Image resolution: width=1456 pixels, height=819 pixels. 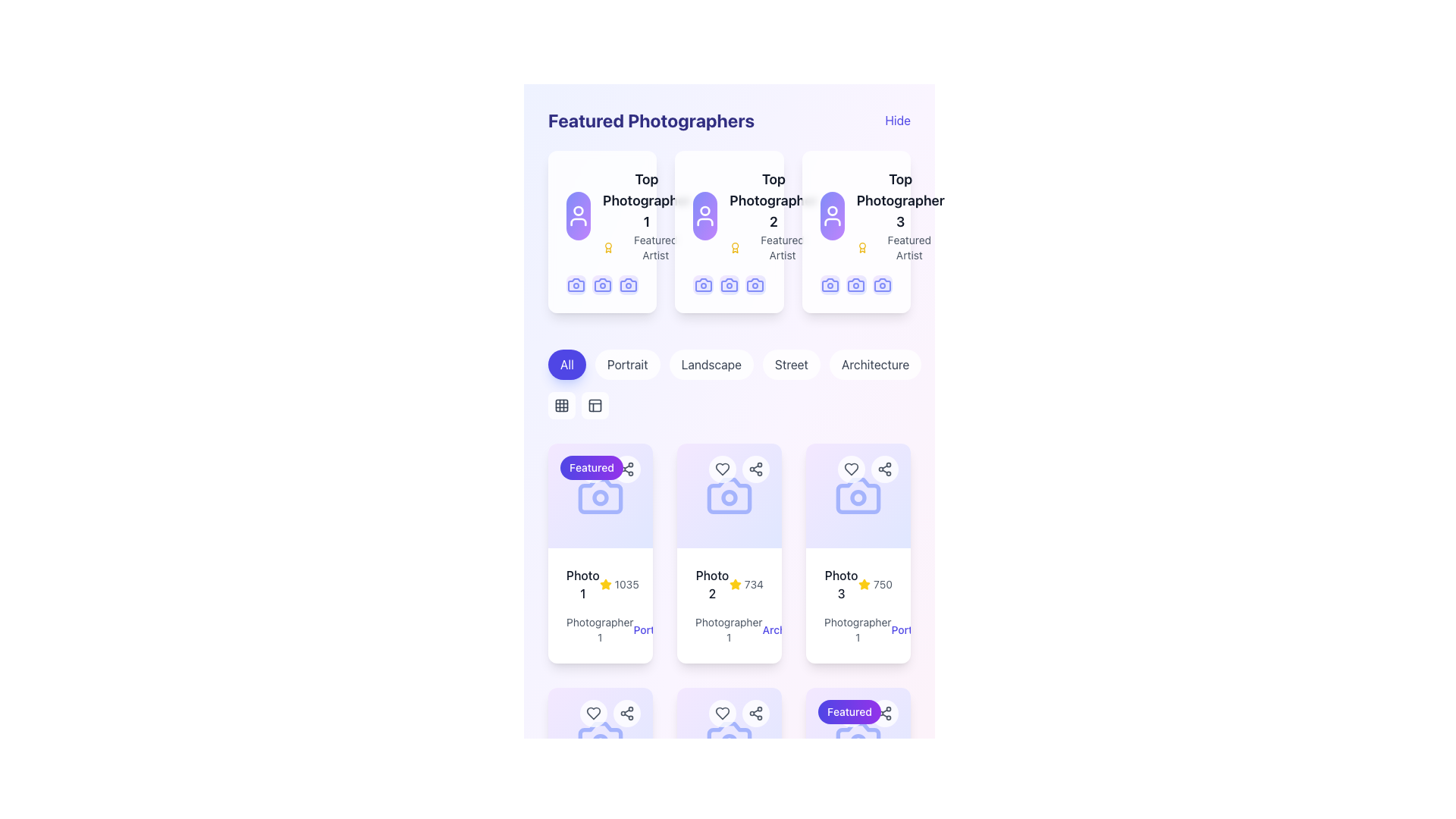 I want to click on the text label indicating the title for the photographer located at the top center of the third card from the left in the row of featured photographers, so click(x=900, y=200).